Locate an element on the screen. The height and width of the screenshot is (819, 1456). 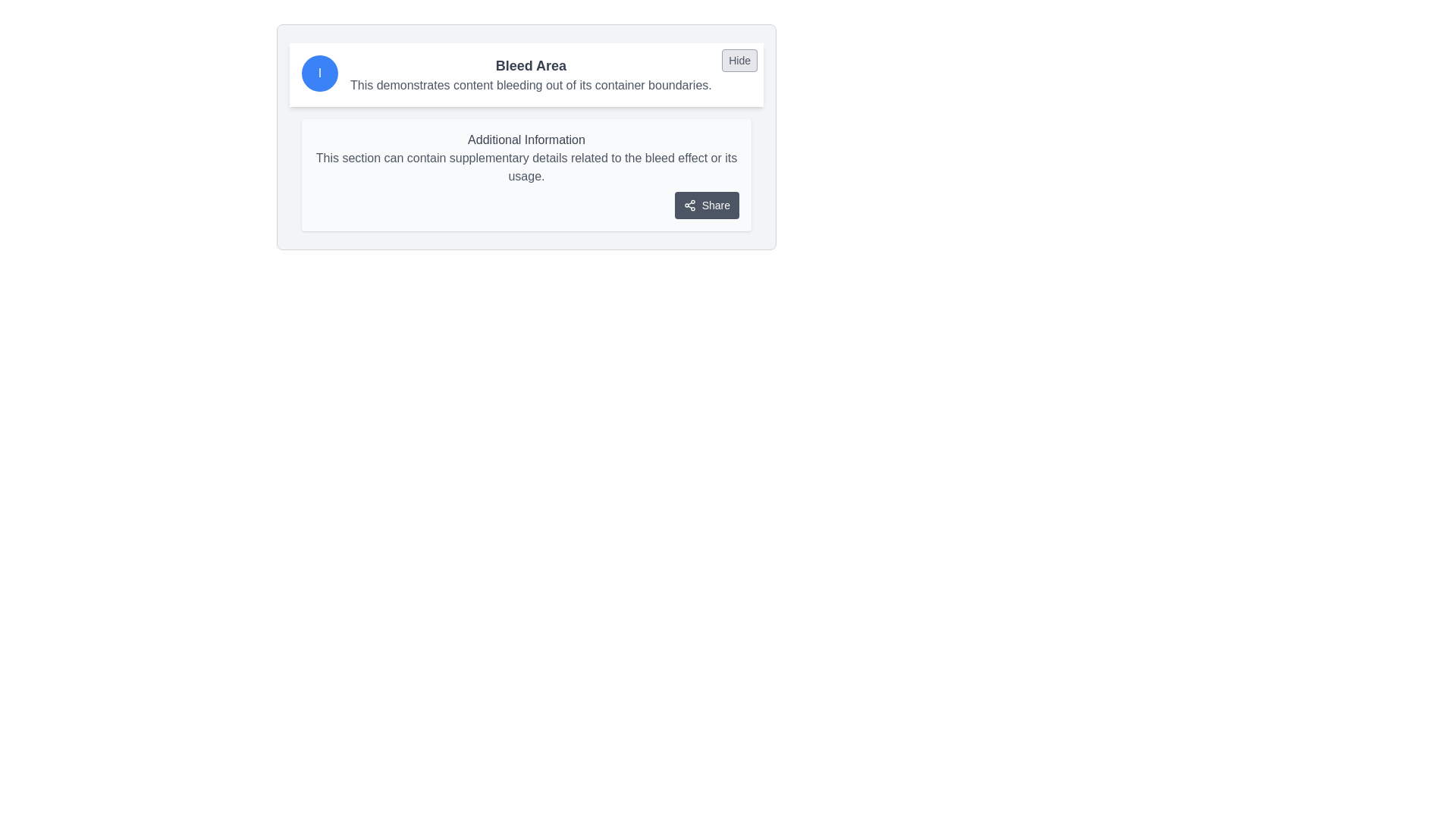
text on the Notification banner that contains a blue circular icon with the letter 'I' and the heading 'Bleed Area' along with its description is located at coordinates (526, 75).